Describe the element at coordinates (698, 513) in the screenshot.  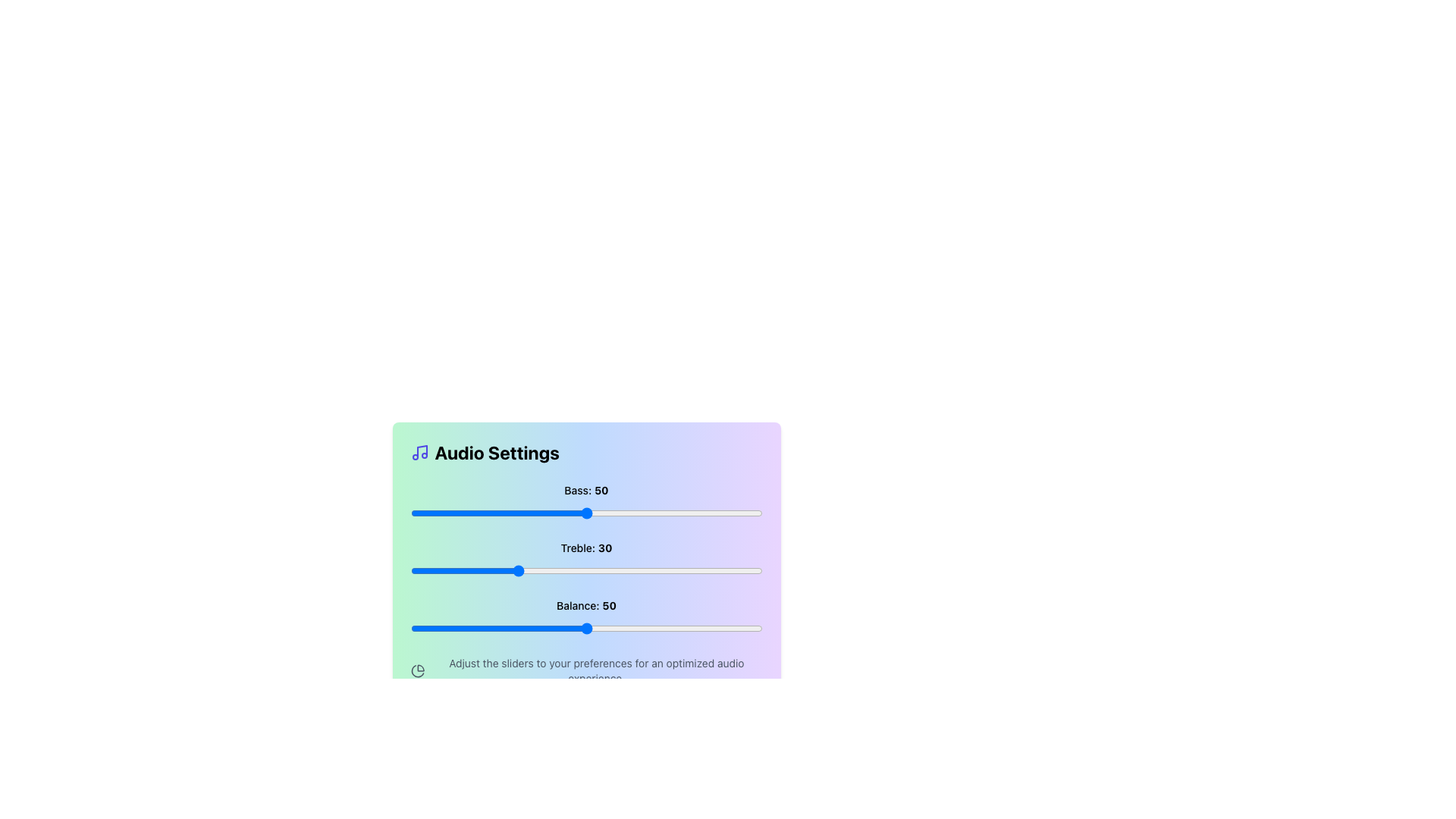
I see `the bass` at that location.